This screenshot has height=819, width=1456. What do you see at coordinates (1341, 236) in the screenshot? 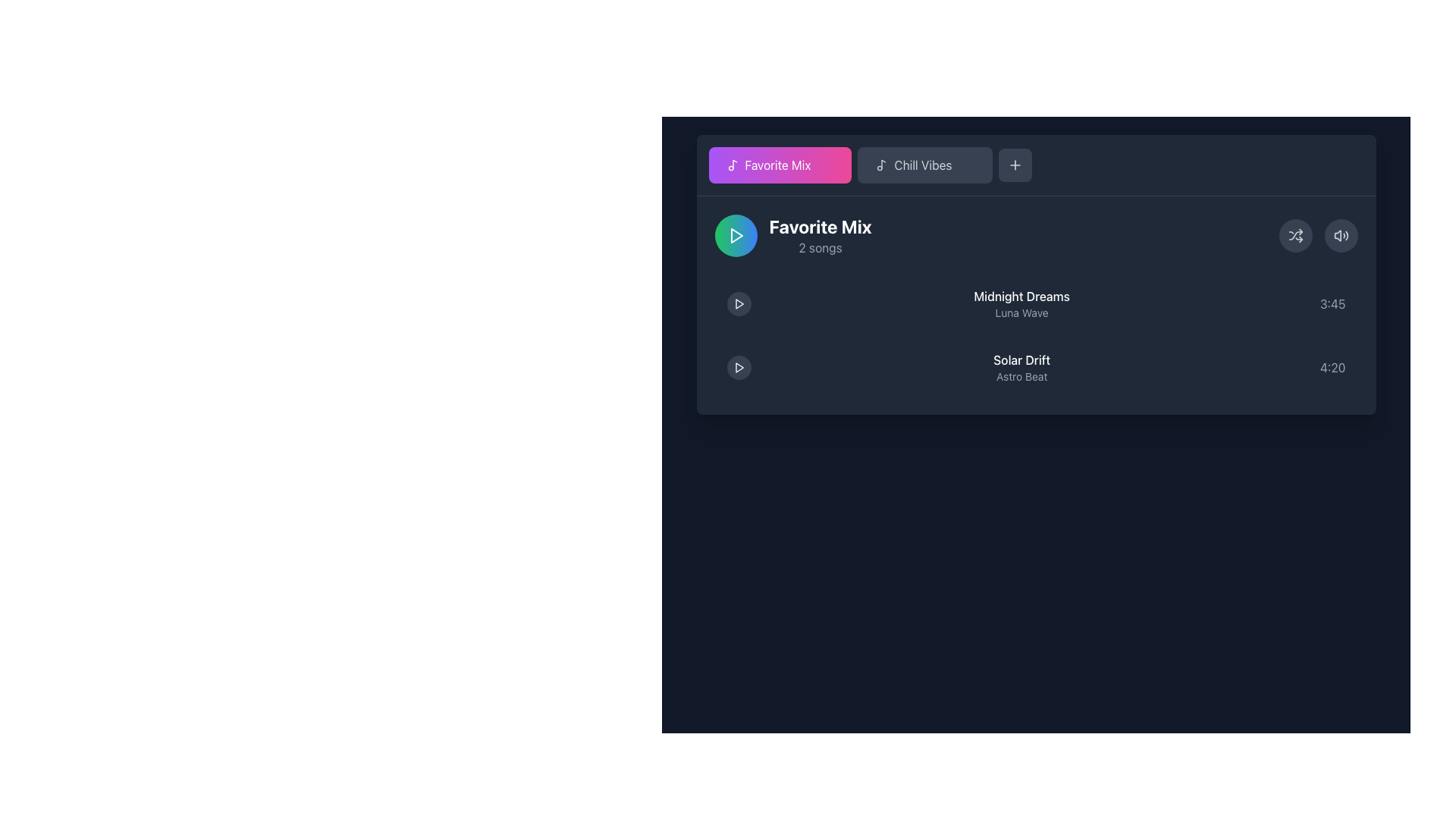
I see `the second audio control button located to the right of the shuffle button` at bounding box center [1341, 236].